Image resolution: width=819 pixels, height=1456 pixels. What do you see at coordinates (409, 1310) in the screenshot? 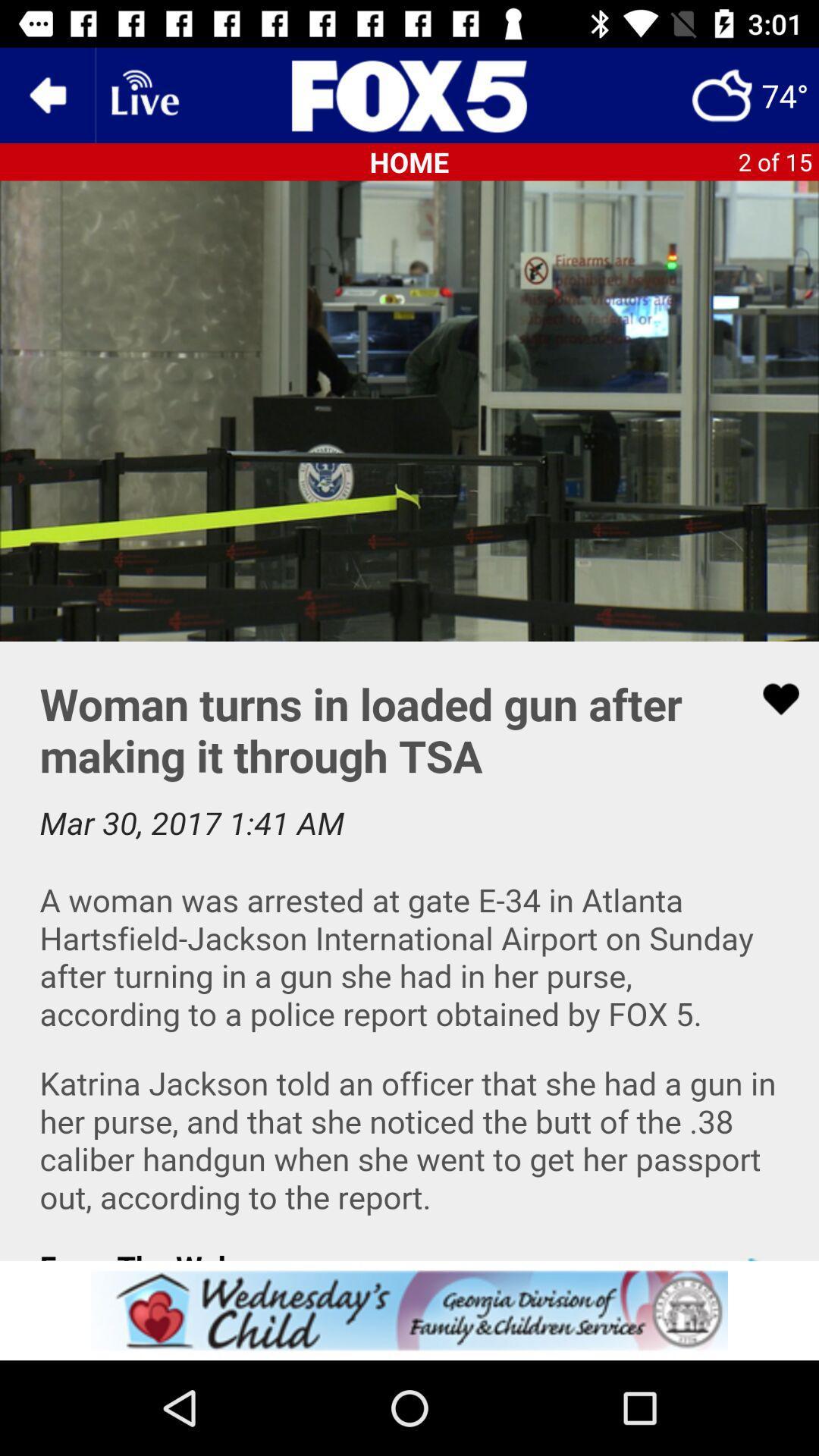
I see `link in advertisement` at bounding box center [409, 1310].